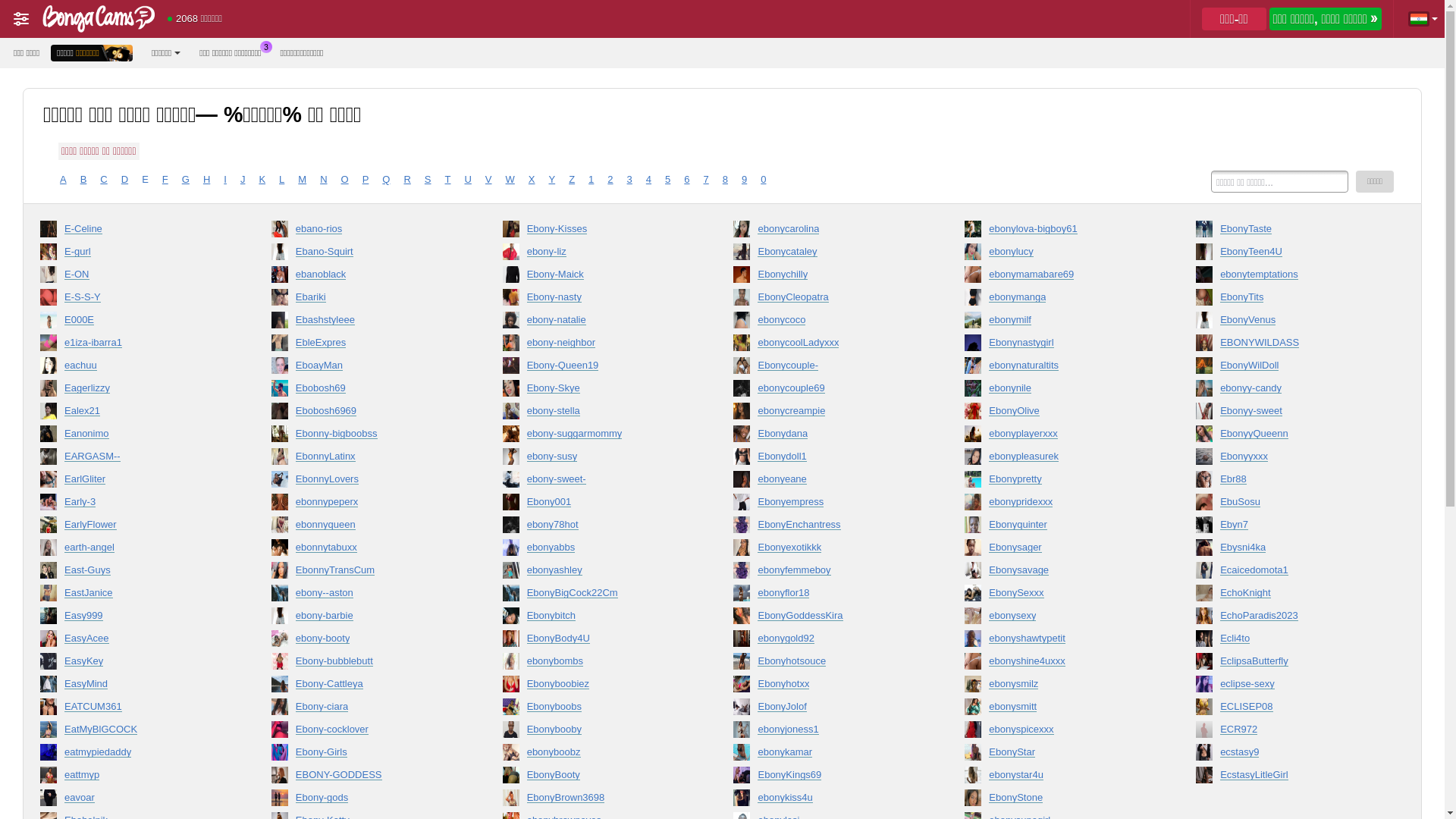  What do you see at coordinates (365, 550) in the screenshot?
I see `'ebonnytabuxx'` at bounding box center [365, 550].